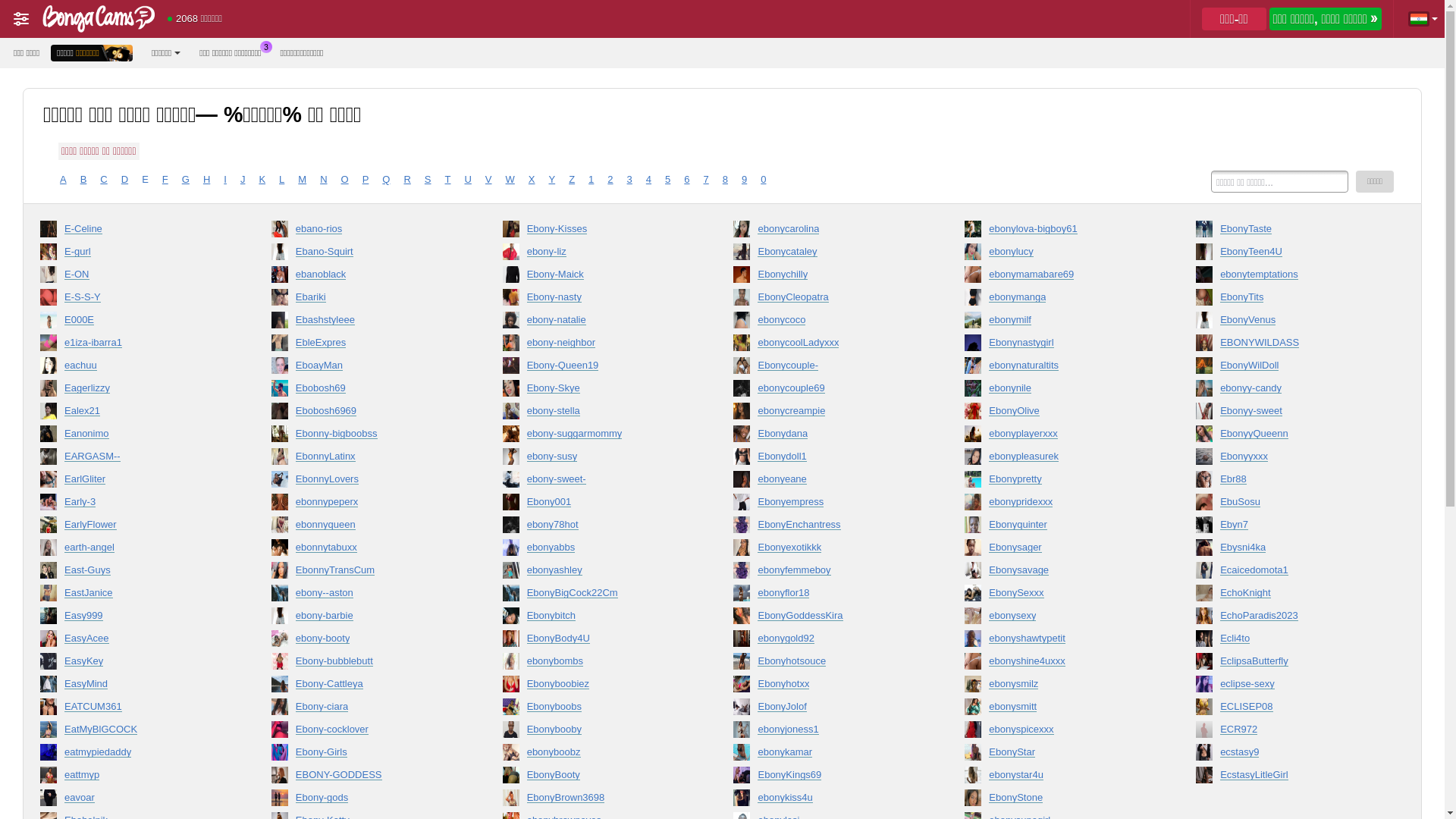  What do you see at coordinates (365, 550) in the screenshot?
I see `'ebonnytabuxx'` at bounding box center [365, 550].